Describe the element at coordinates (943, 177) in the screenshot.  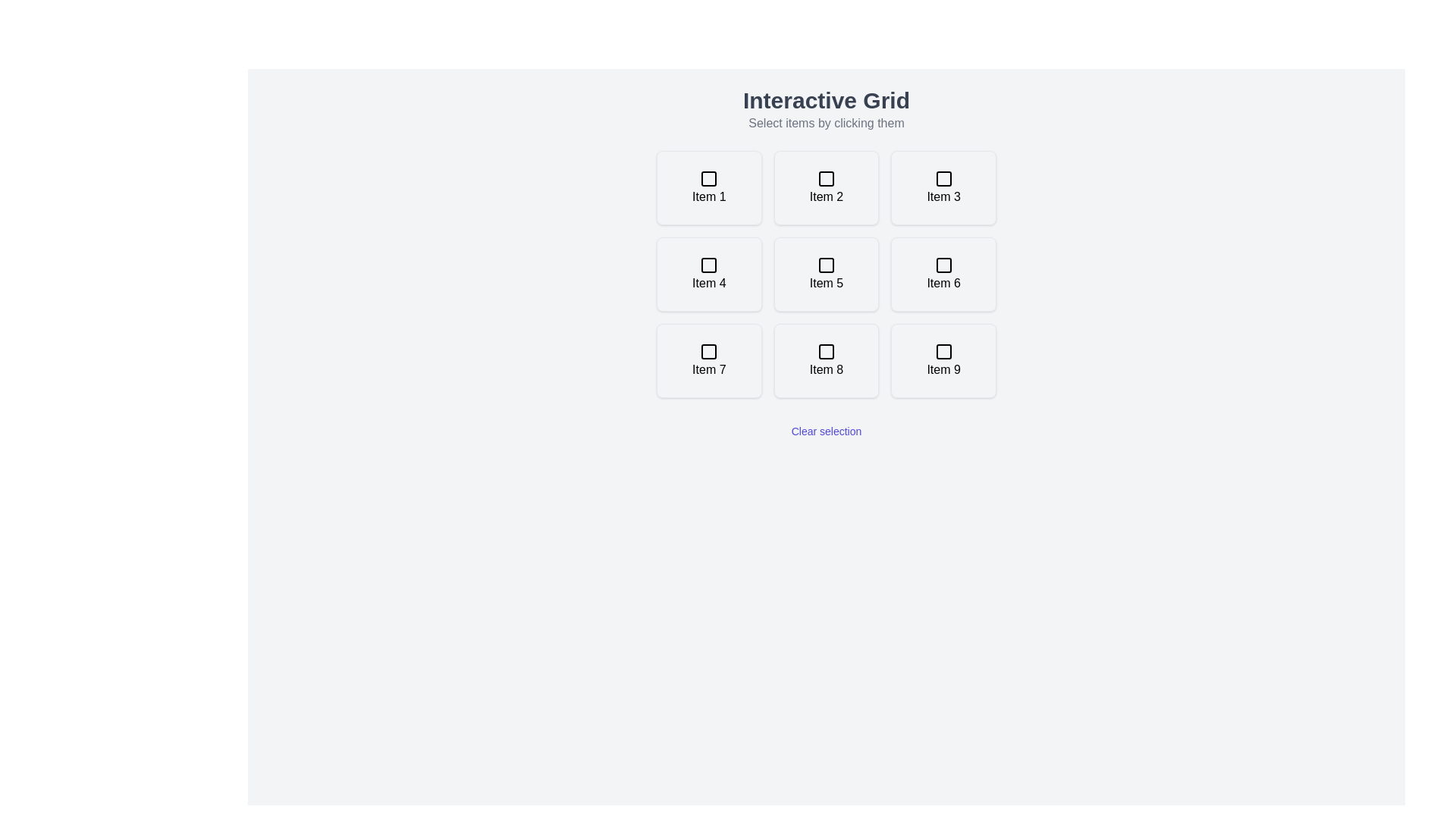
I see `the graphical representation icon located in the third grid item labeled 'Item 3' in the top-right portion of the 3x3 grid layout` at that location.